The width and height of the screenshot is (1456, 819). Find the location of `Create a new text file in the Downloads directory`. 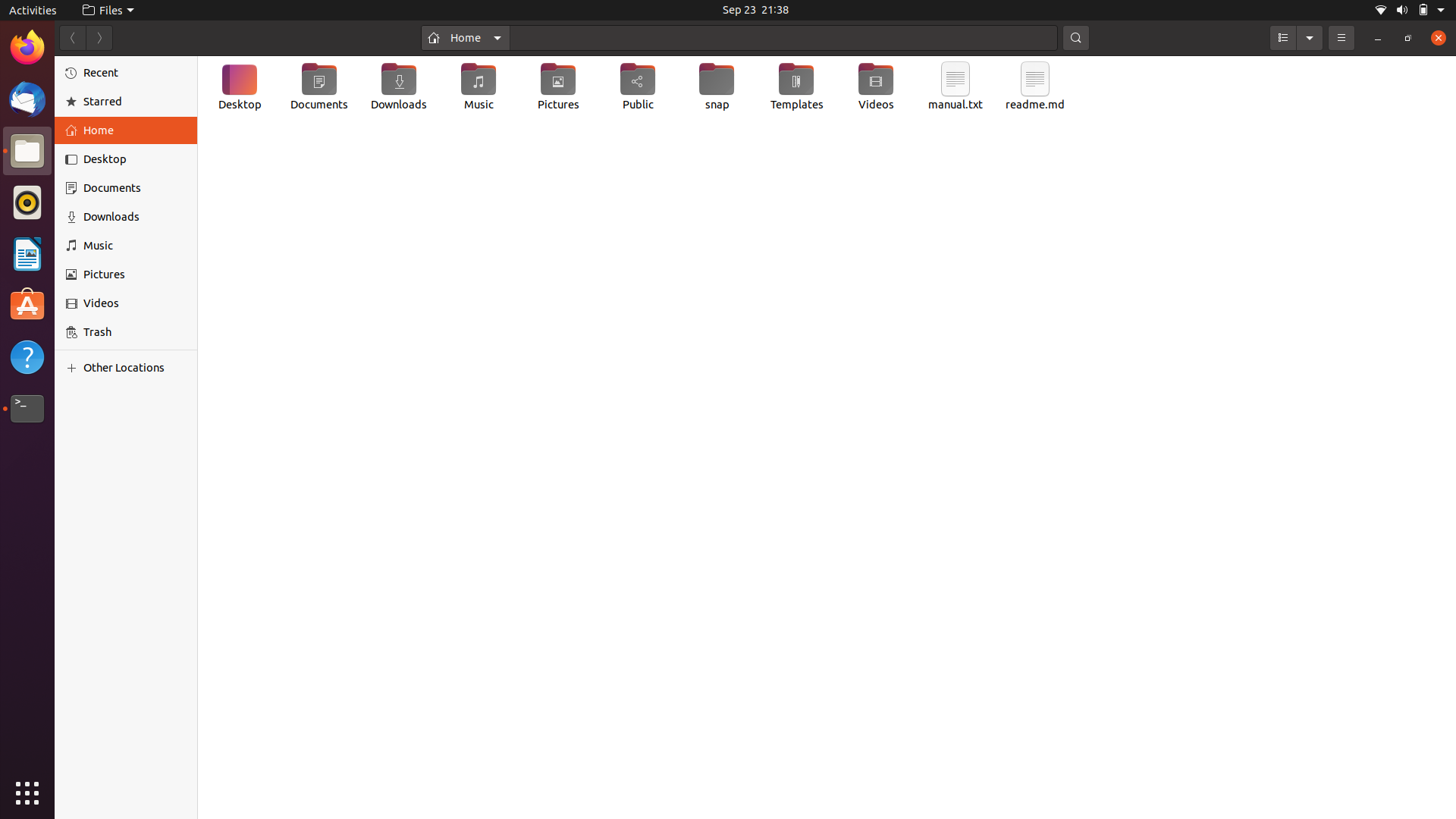

Create a new text file in the Downloads directory is located at coordinates (400, 88).